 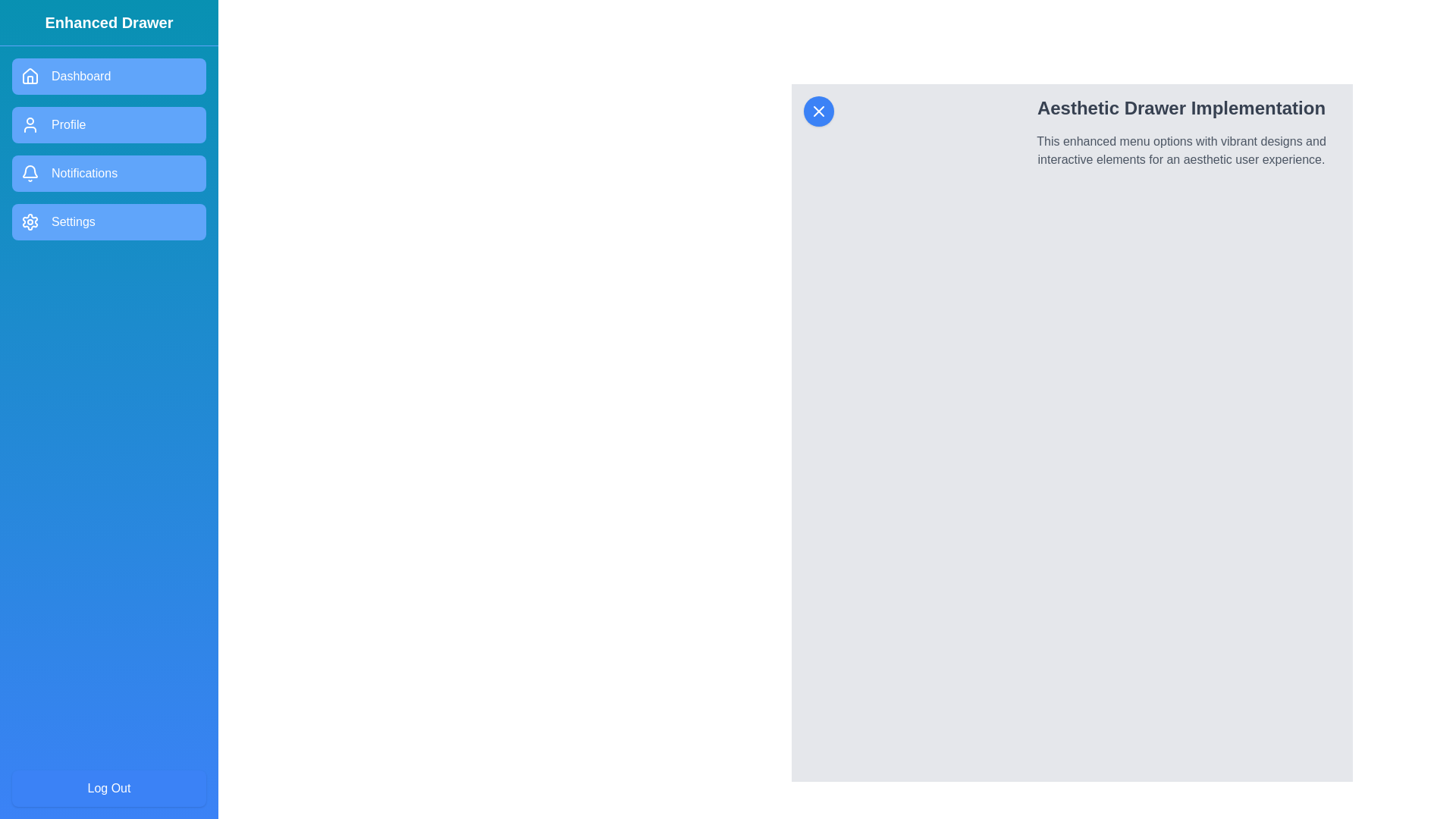 I want to click on the bell-shaped notification icon with a blue background and line-drawn outline, located in the 'Notifications' menu option, which is the third item in the vertical sidebar navigation menu, so click(x=30, y=172).